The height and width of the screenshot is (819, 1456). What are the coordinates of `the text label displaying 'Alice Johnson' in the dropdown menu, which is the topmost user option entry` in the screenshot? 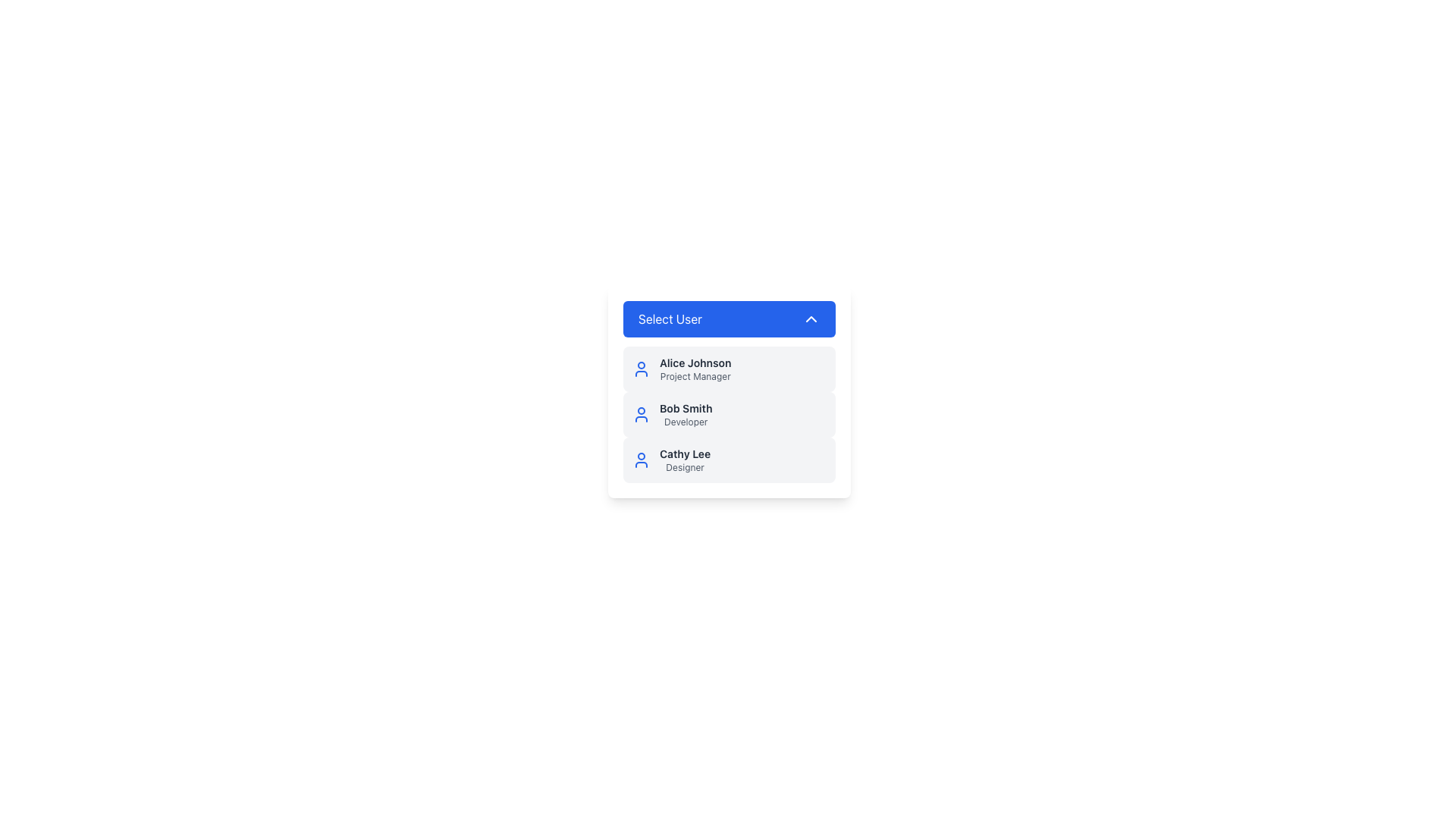 It's located at (695, 362).